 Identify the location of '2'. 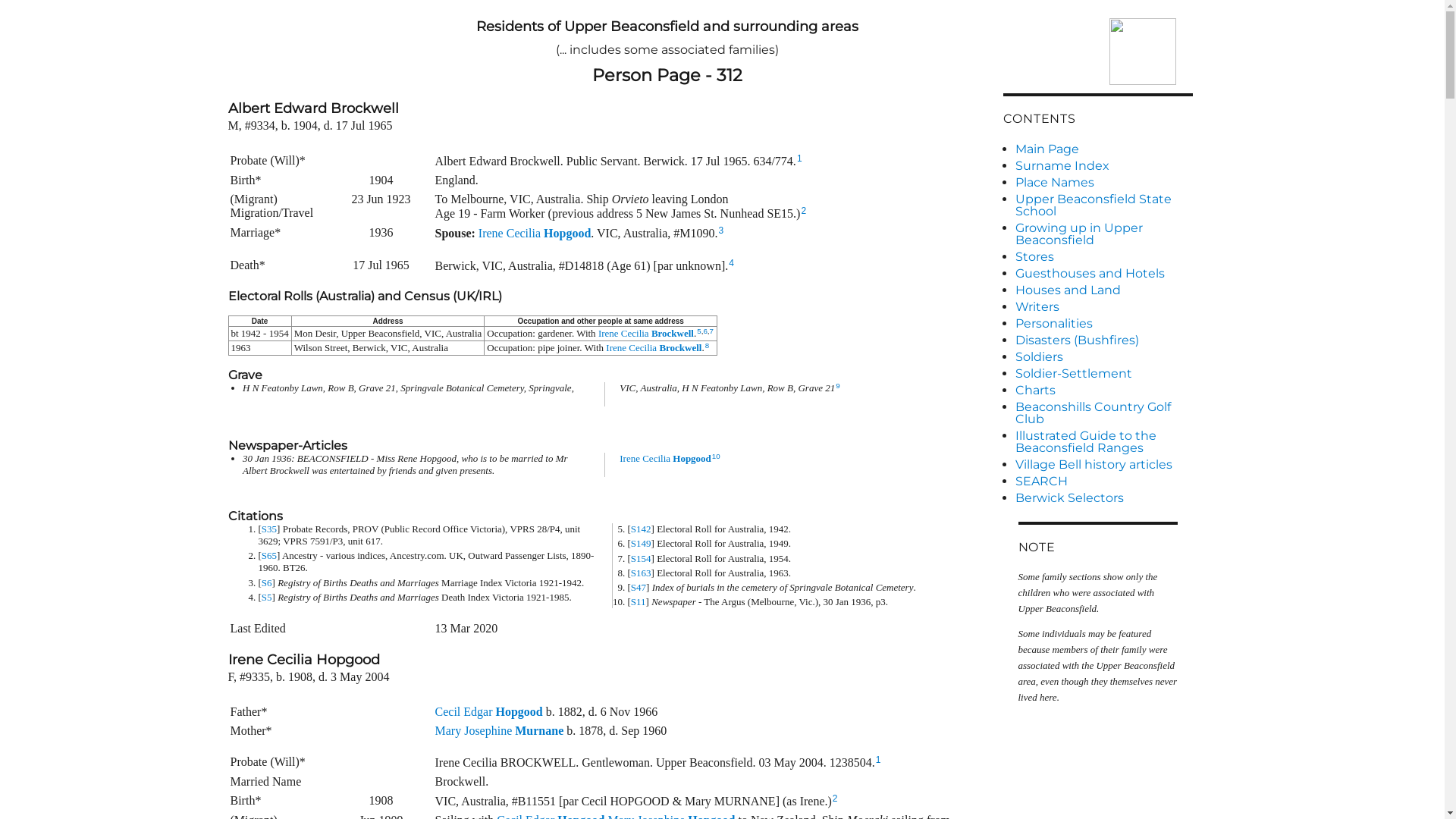
(802, 210).